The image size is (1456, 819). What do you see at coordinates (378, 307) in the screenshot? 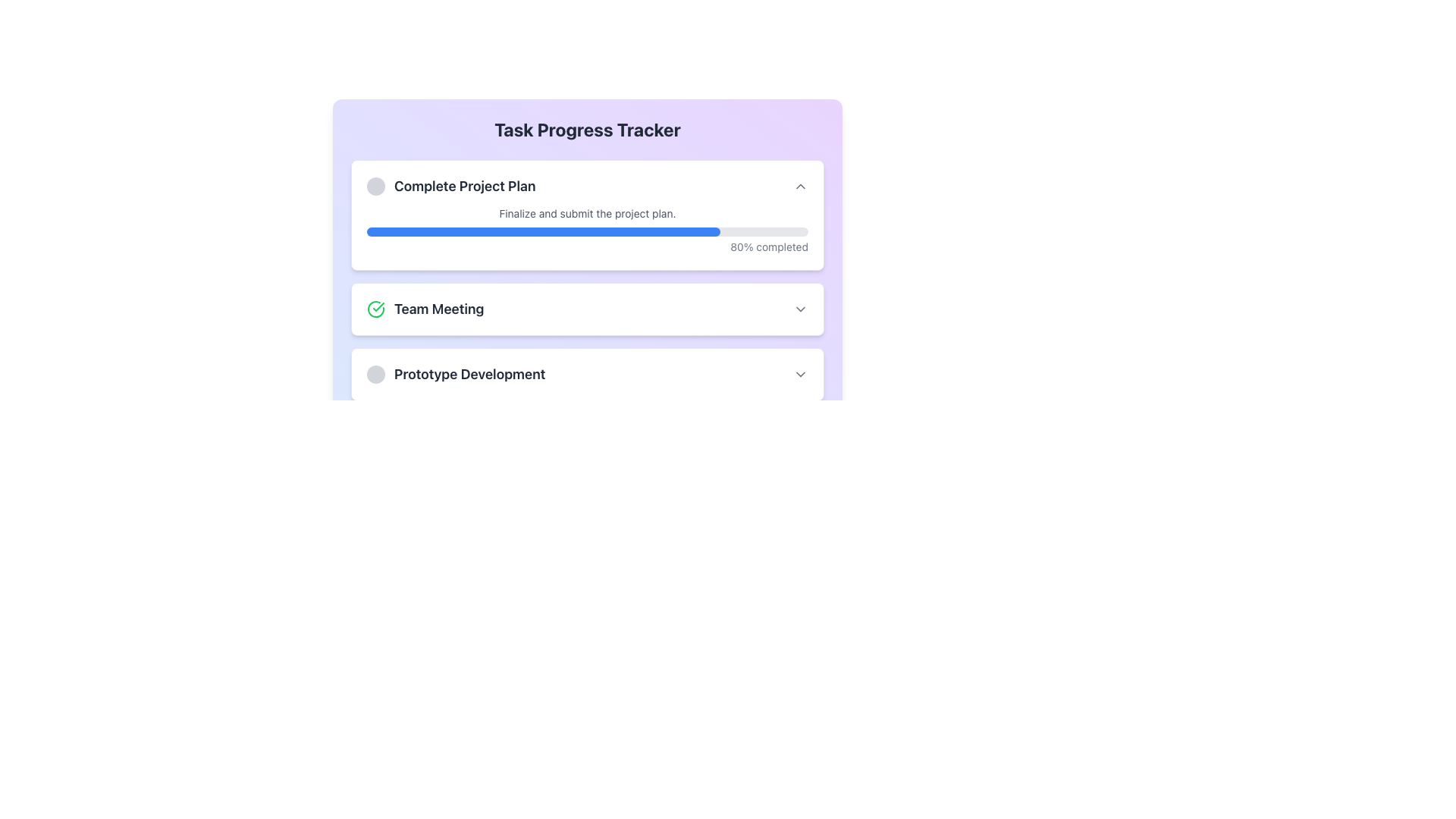
I see `the circular icon indicating the completion of the 'Team Meeting' task, located on the left side of the second task item from the top` at bounding box center [378, 307].